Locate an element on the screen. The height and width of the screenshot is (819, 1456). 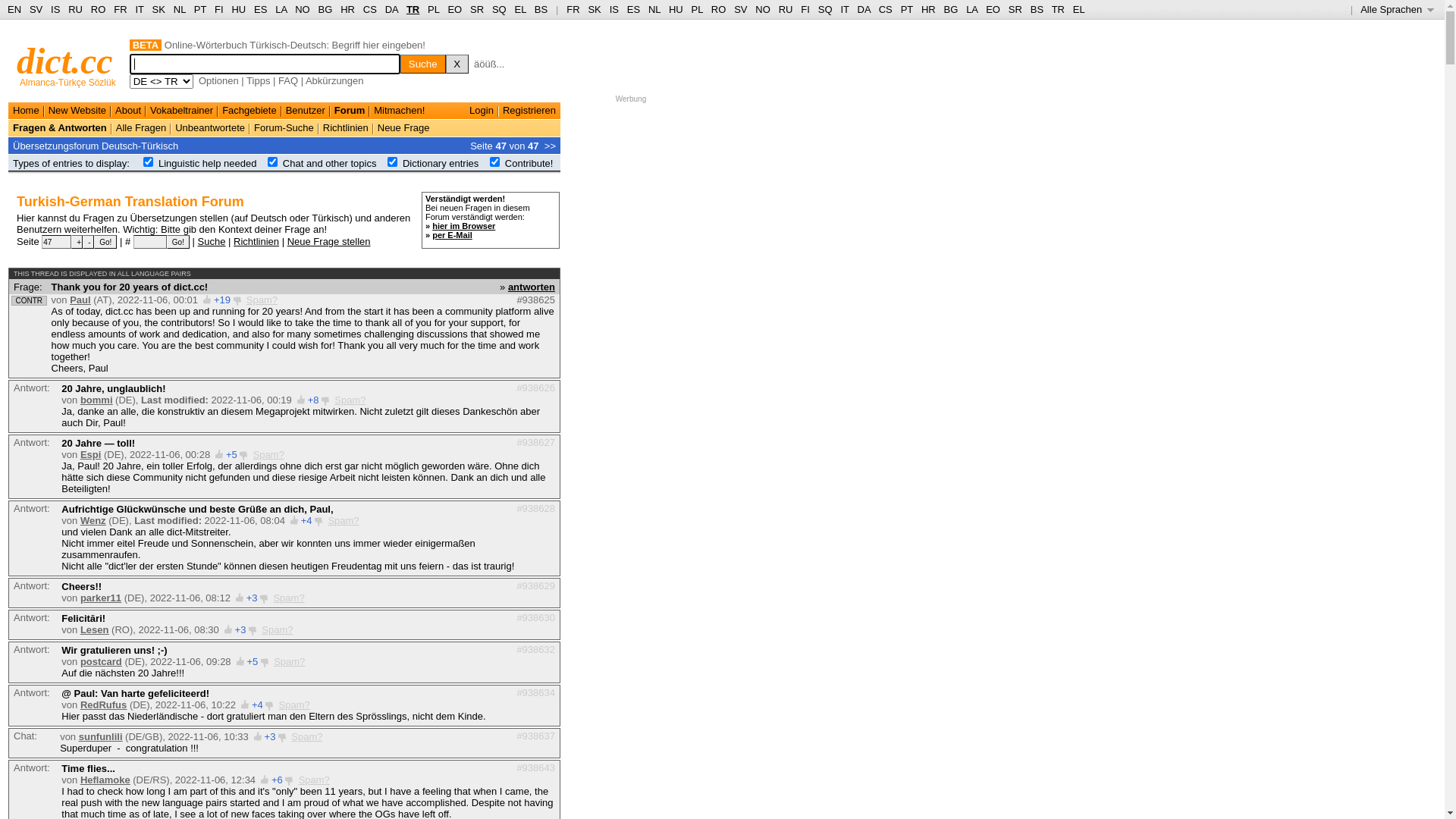
'postcard' is located at coordinates (100, 661).